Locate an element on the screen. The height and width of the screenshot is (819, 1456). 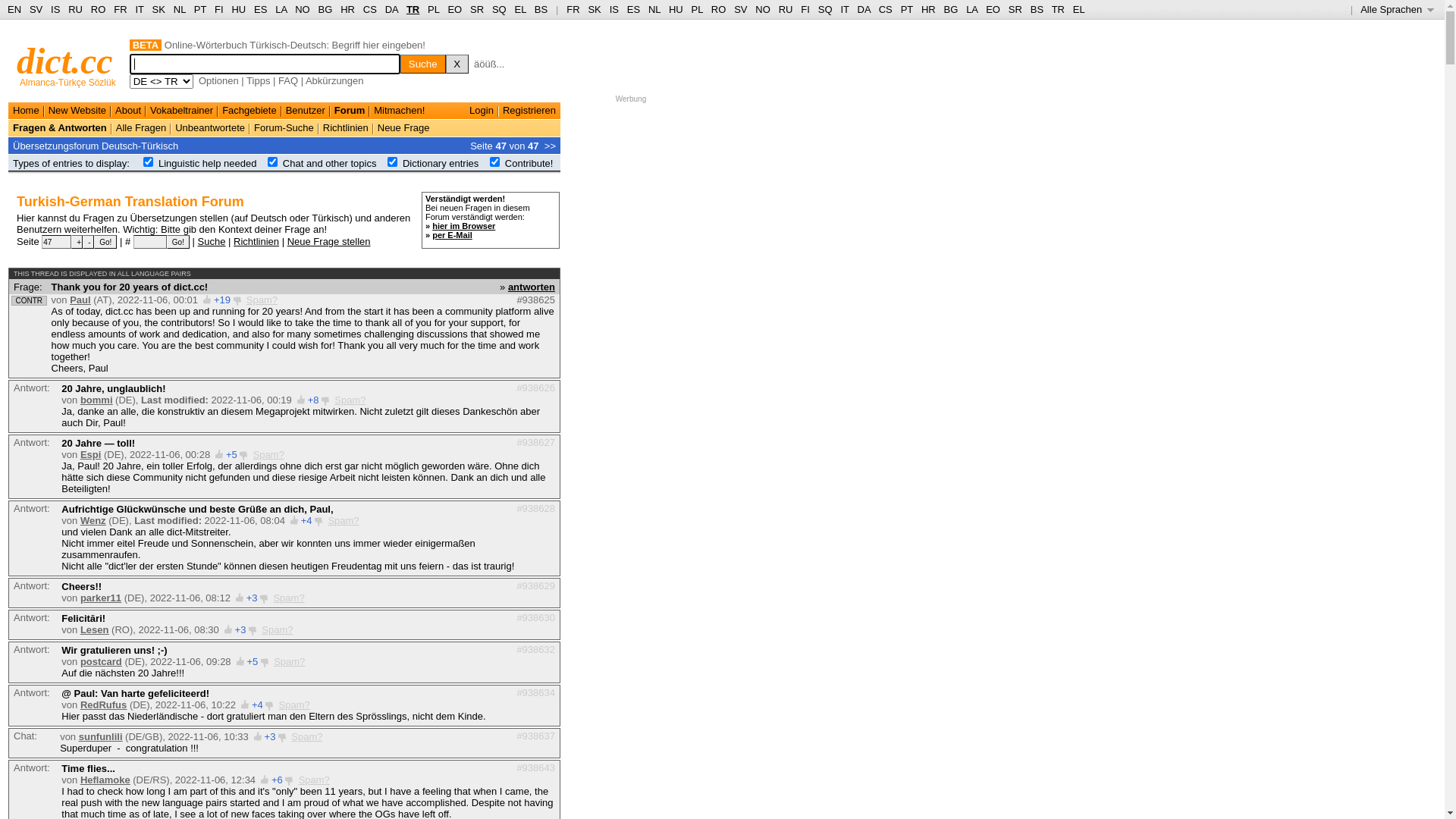
'postcard' is located at coordinates (100, 661).